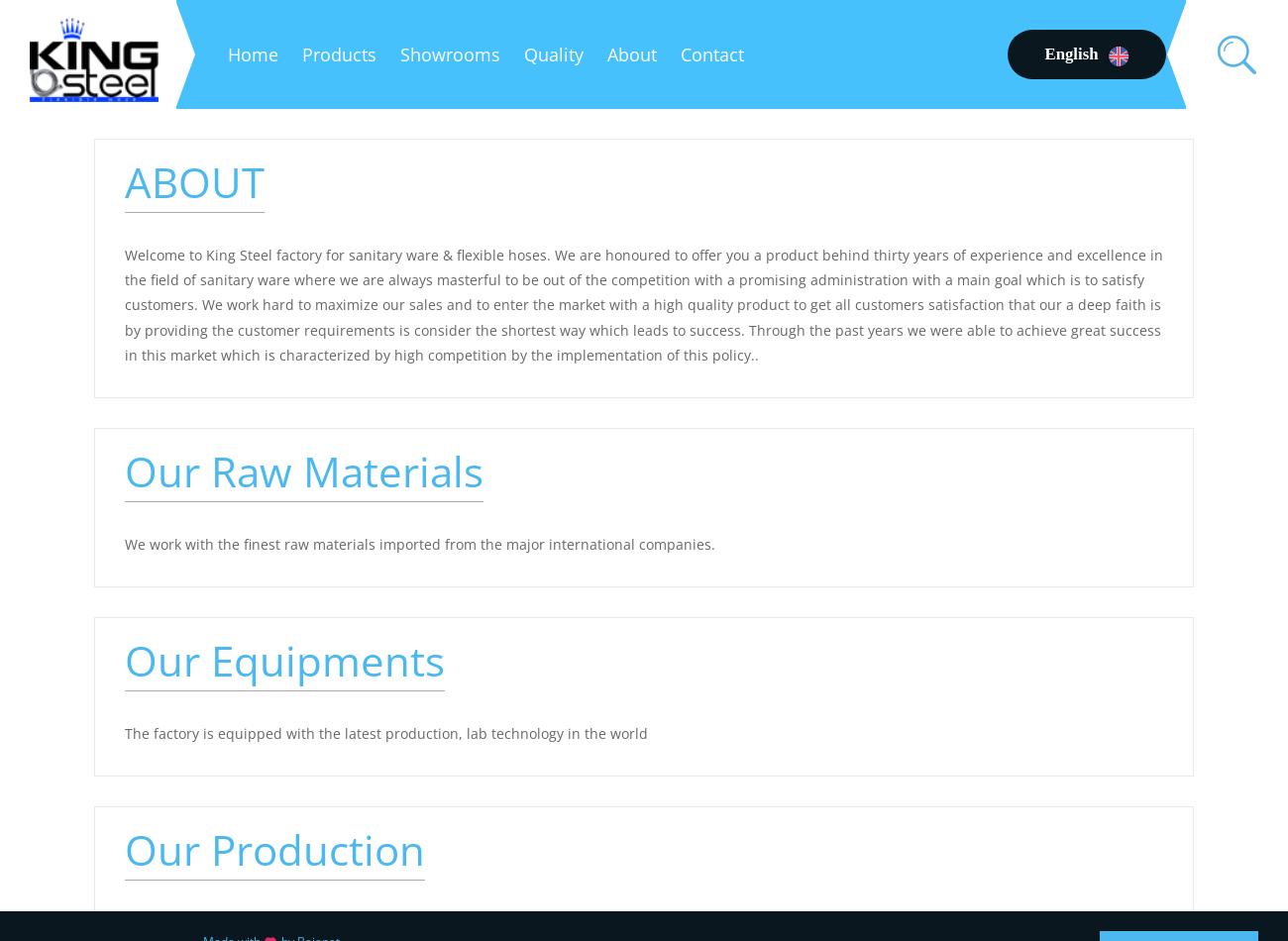  Describe the element at coordinates (338, 54) in the screenshot. I see `'Products'` at that location.